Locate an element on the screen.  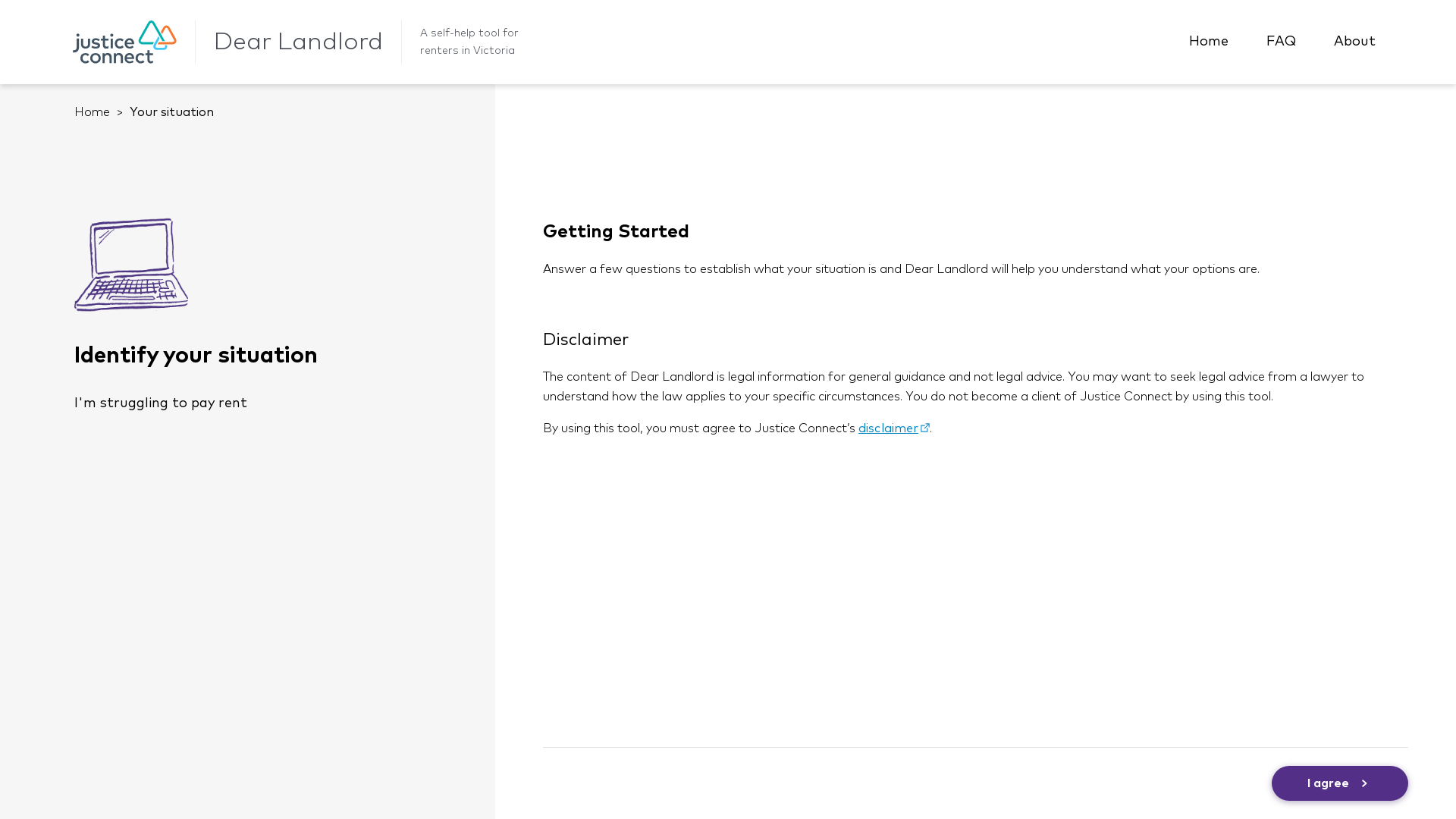
'I agree' is located at coordinates (1339, 783).